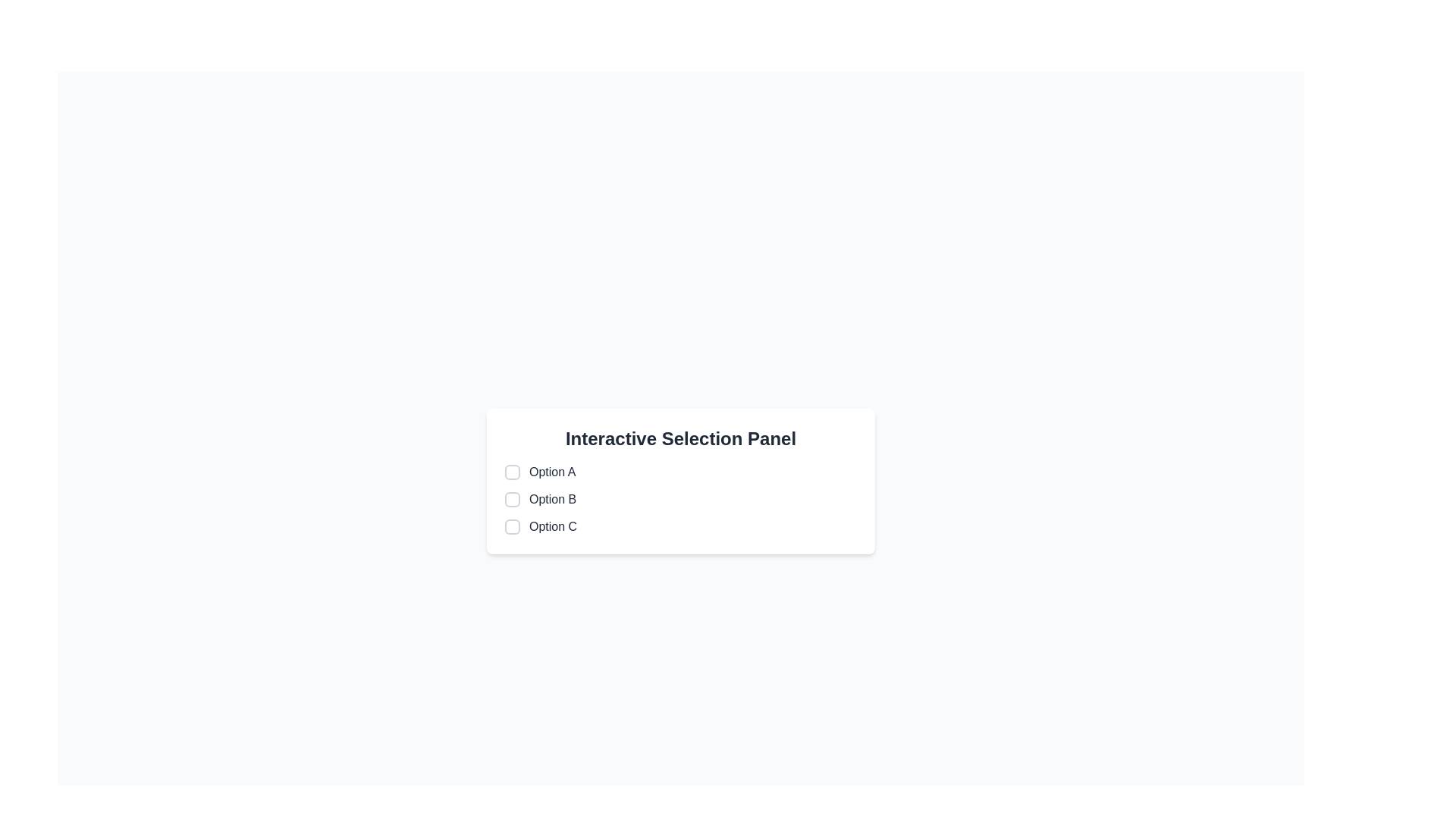 This screenshot has width=1456, height=819. What do you see at coordinates (513, 526) in the screenshot?
I see `the checkbox element associated with 'Option C'` at bounding box center [513, 526].